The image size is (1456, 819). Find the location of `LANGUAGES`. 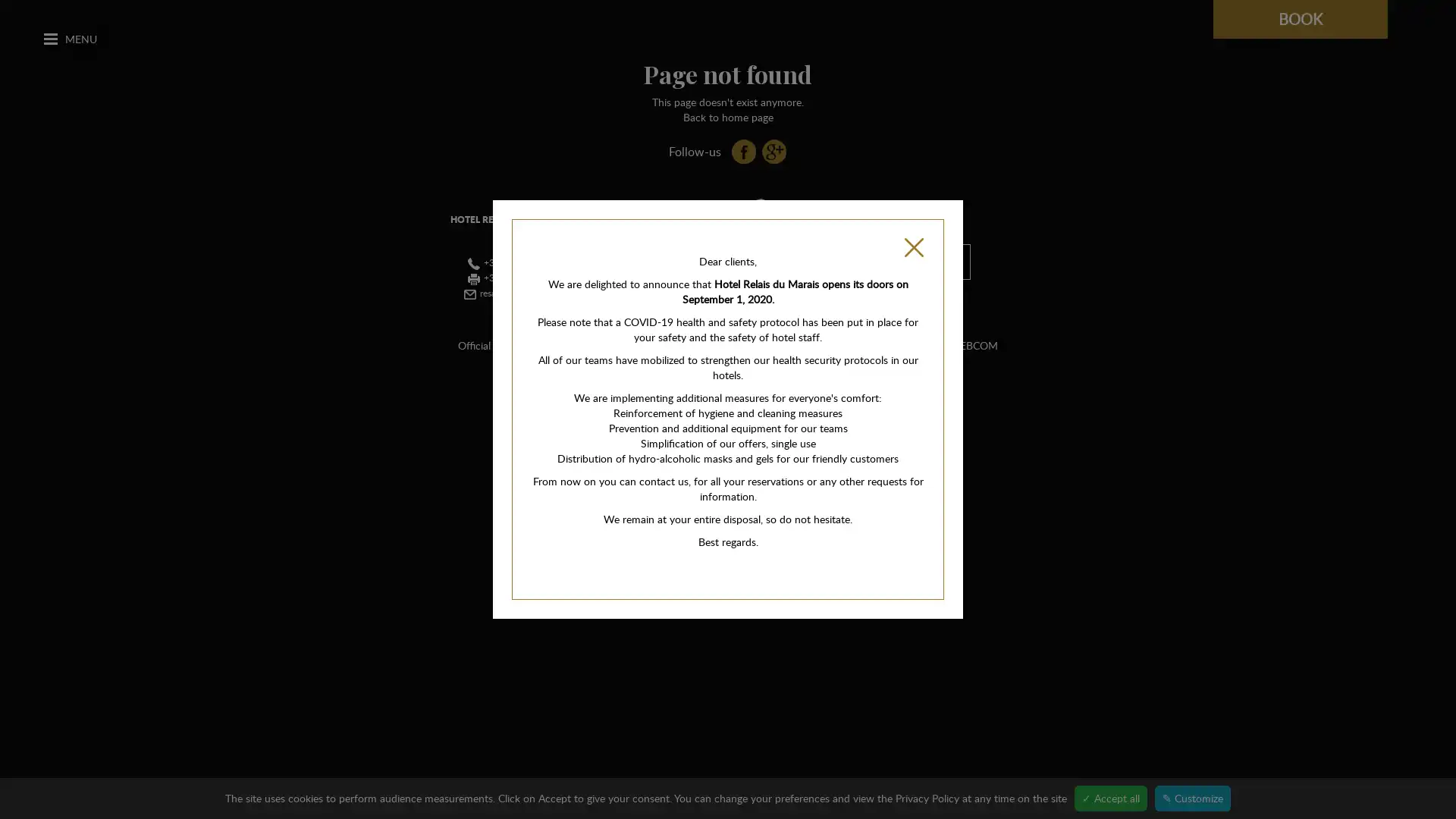

LANGUAGES is located at coordinates (927, 260).